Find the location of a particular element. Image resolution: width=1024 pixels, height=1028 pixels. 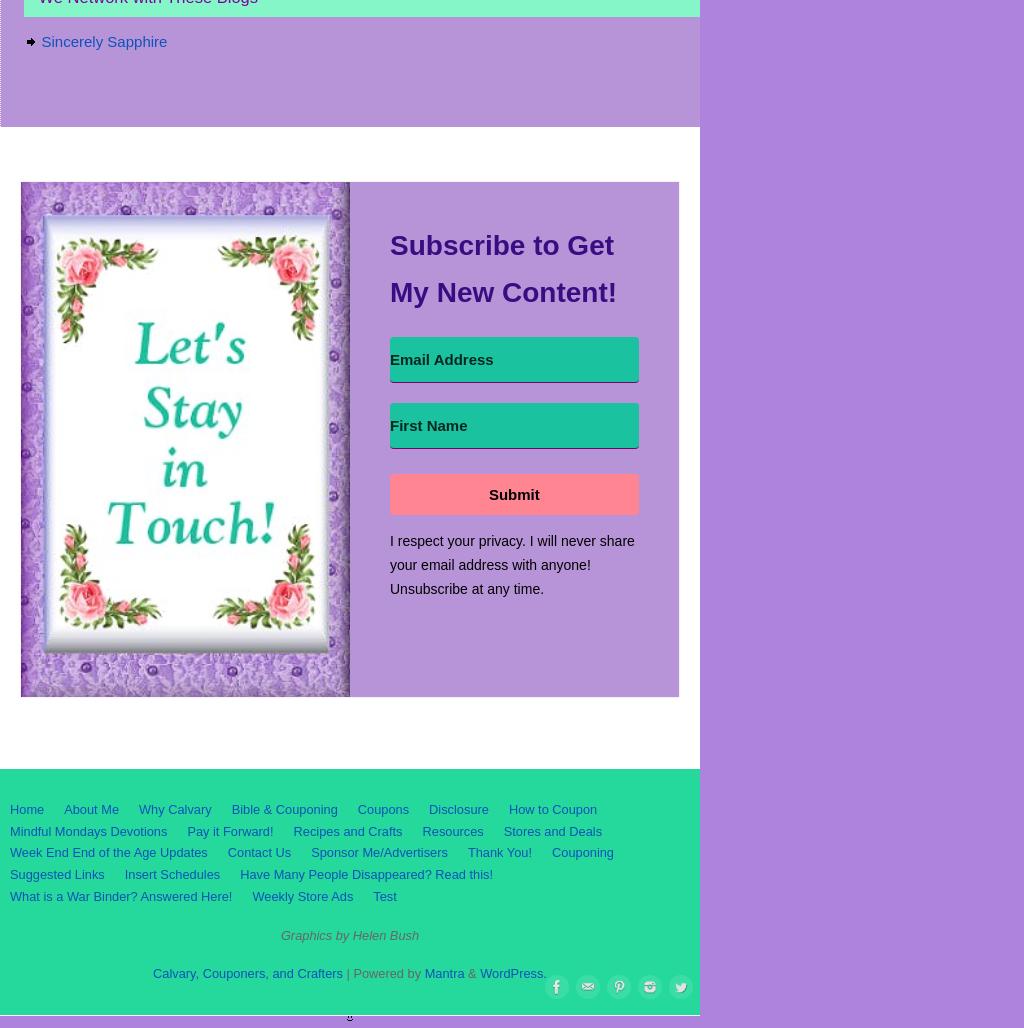

'Subscribe by Email for New Content' is located at coordinates (152, 162).